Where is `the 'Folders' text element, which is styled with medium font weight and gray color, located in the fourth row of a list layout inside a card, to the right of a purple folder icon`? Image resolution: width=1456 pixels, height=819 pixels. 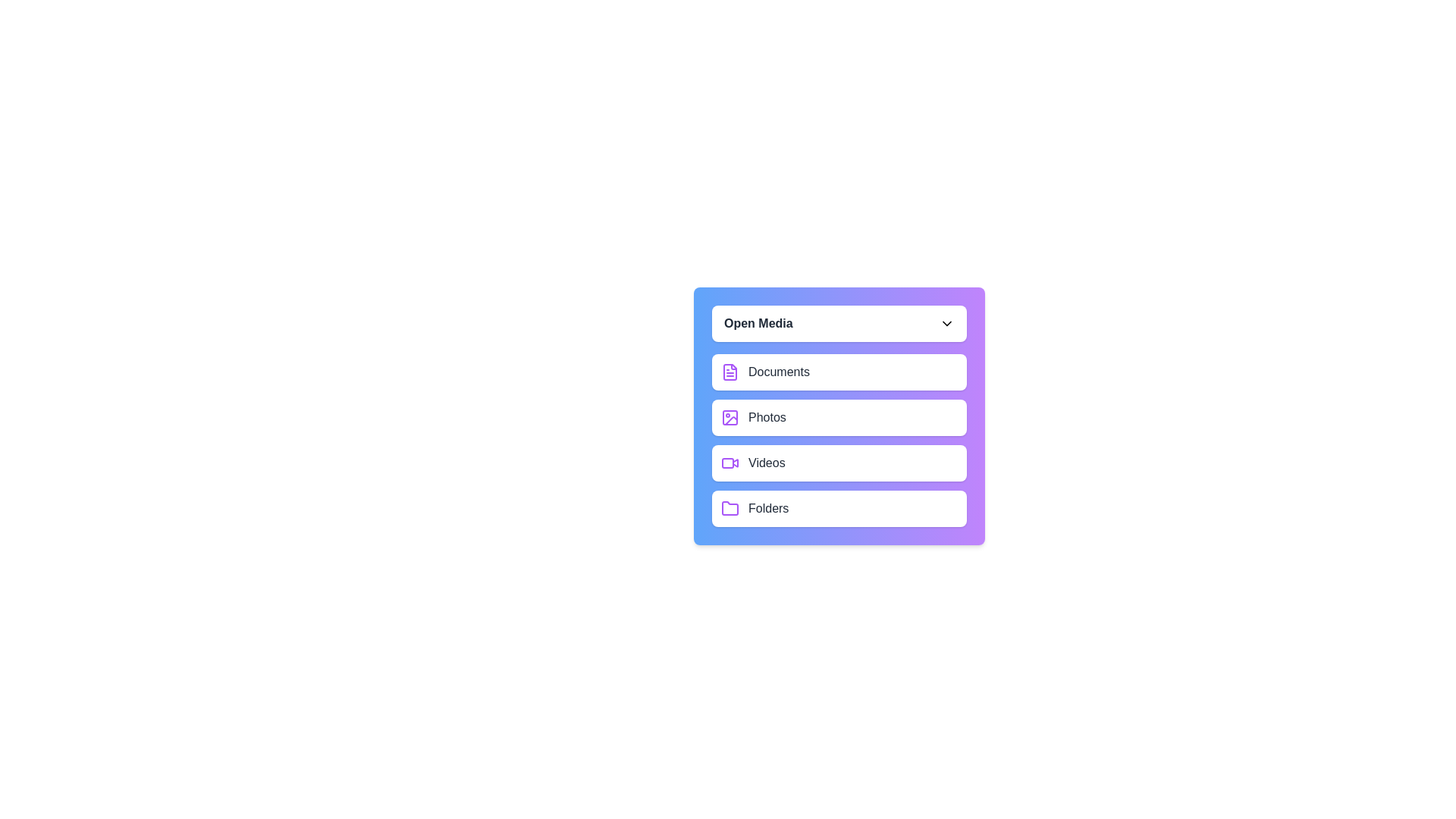
the 'Folders' text element, which is styled with medium font weight and gray color, located in the fourth row of a list layout inside a card, to the right of a purple folder icon is located at coordinates (768, 509).